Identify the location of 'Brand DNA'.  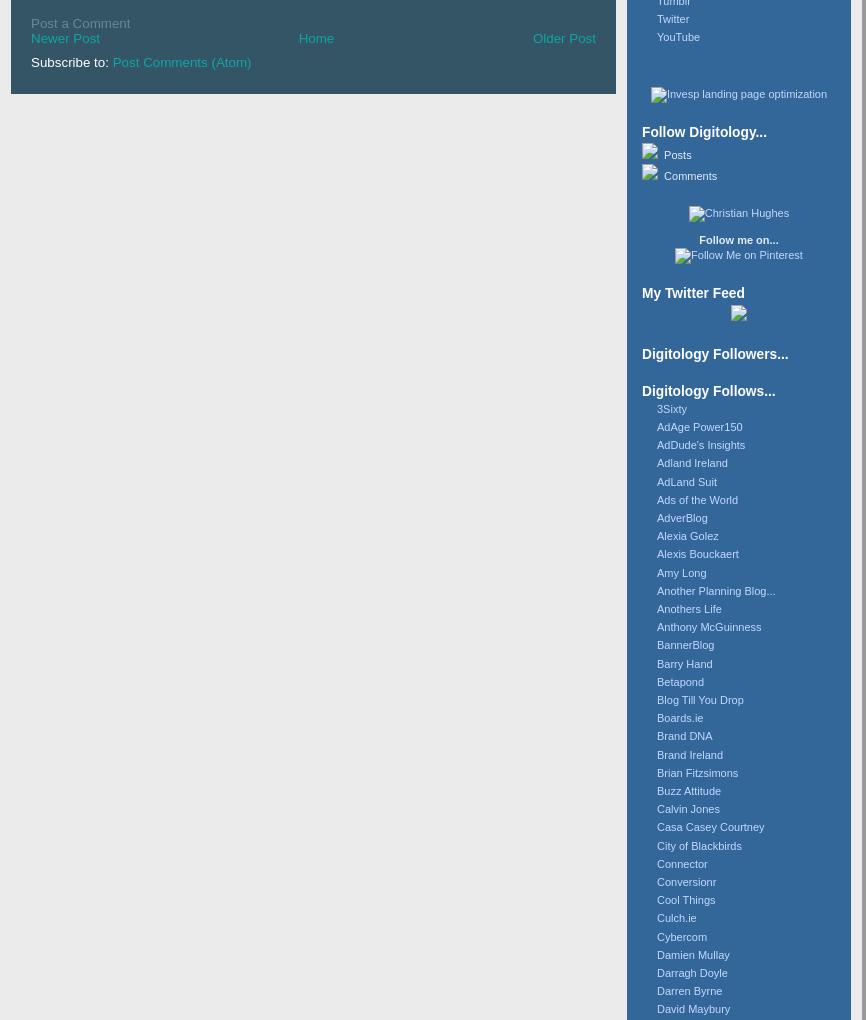
(683, 736).